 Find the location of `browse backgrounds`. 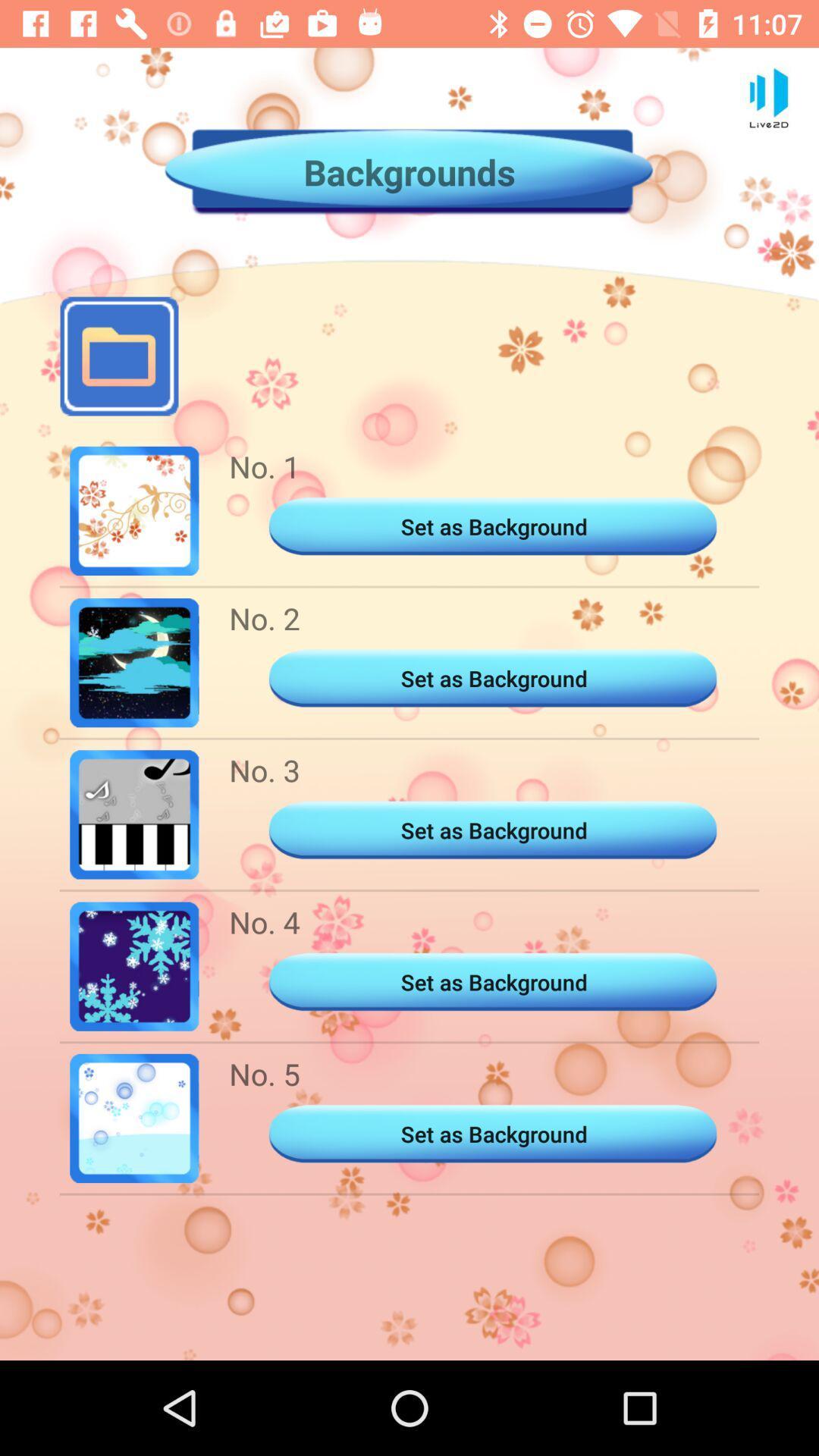

browse backgrounds is located at coordinates (118, 356).